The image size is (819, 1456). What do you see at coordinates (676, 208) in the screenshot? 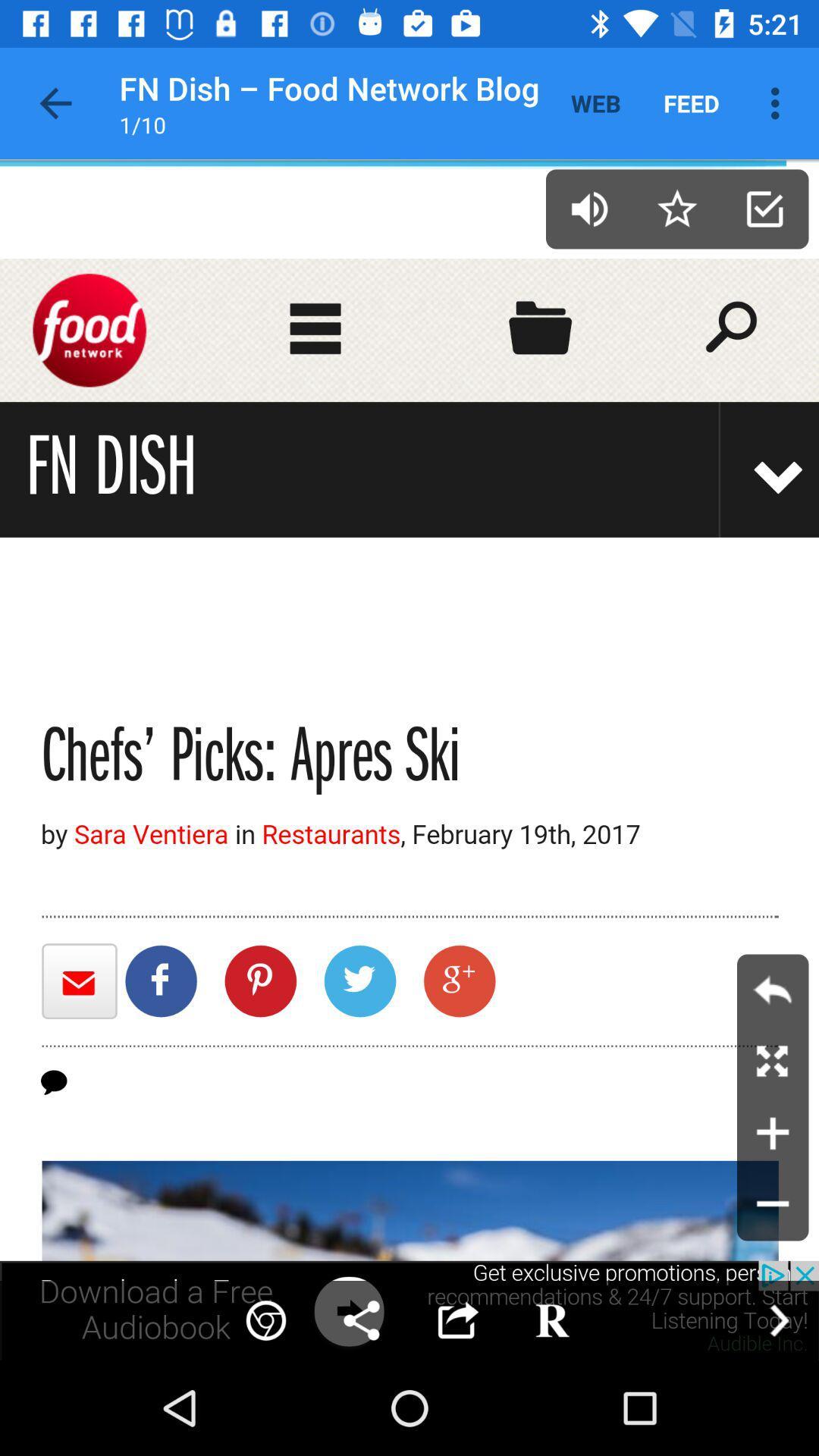
I see `the star icon` at bounding box center [676, 208].